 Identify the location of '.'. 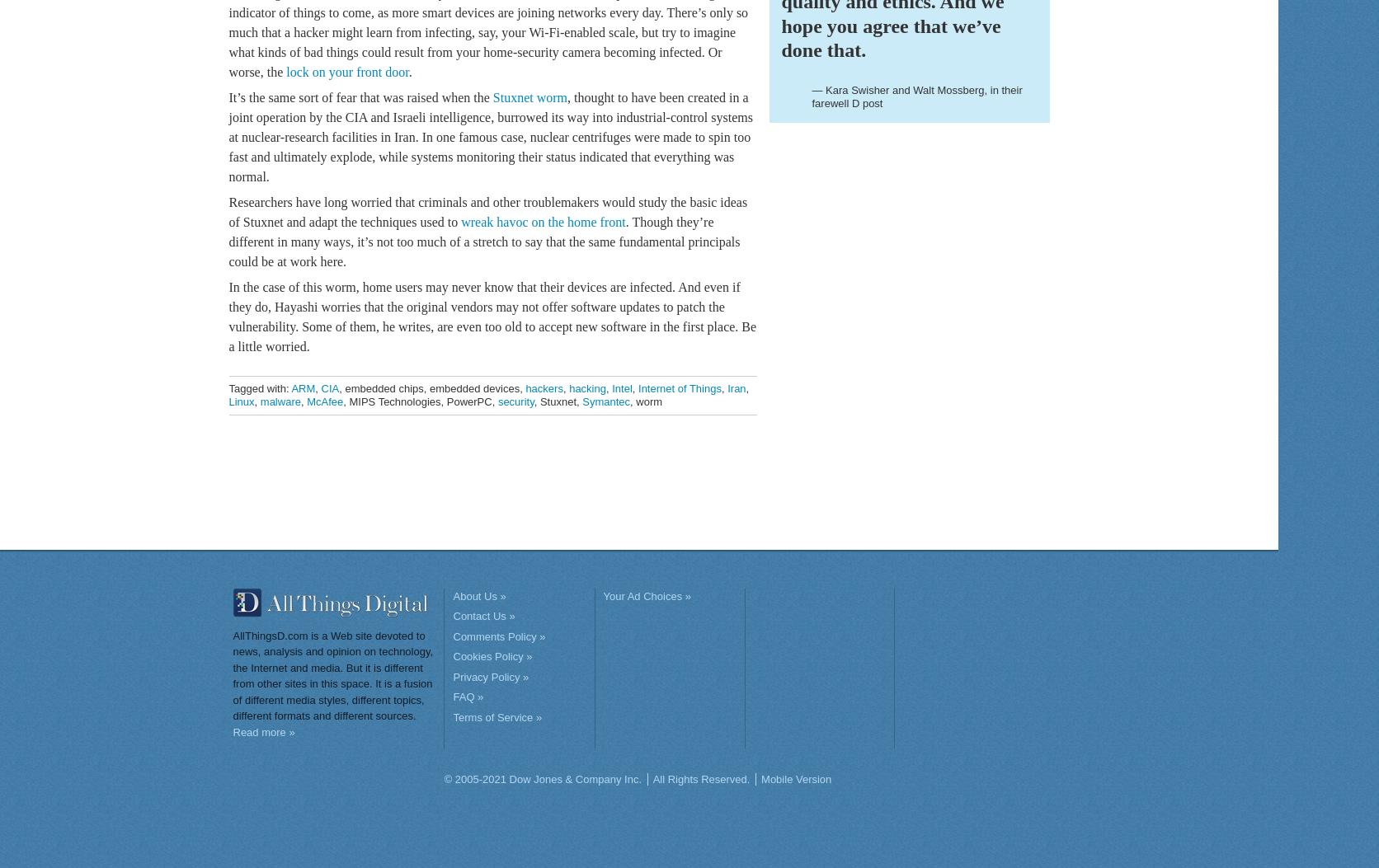
(409, 70).